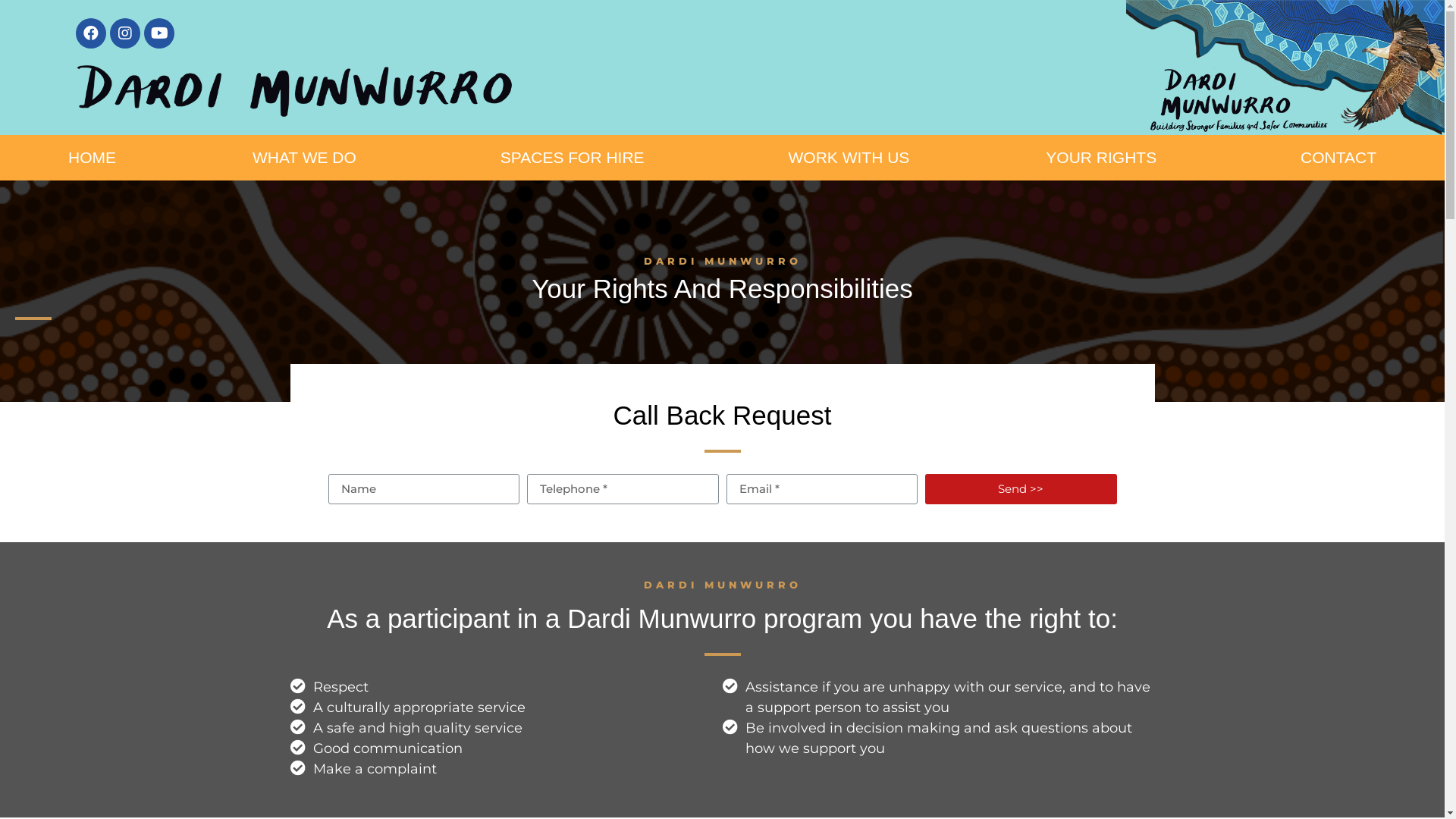  Describe the element at coordinates (1021, 488) in the screenshot. I see `'Send >>'` at that location.